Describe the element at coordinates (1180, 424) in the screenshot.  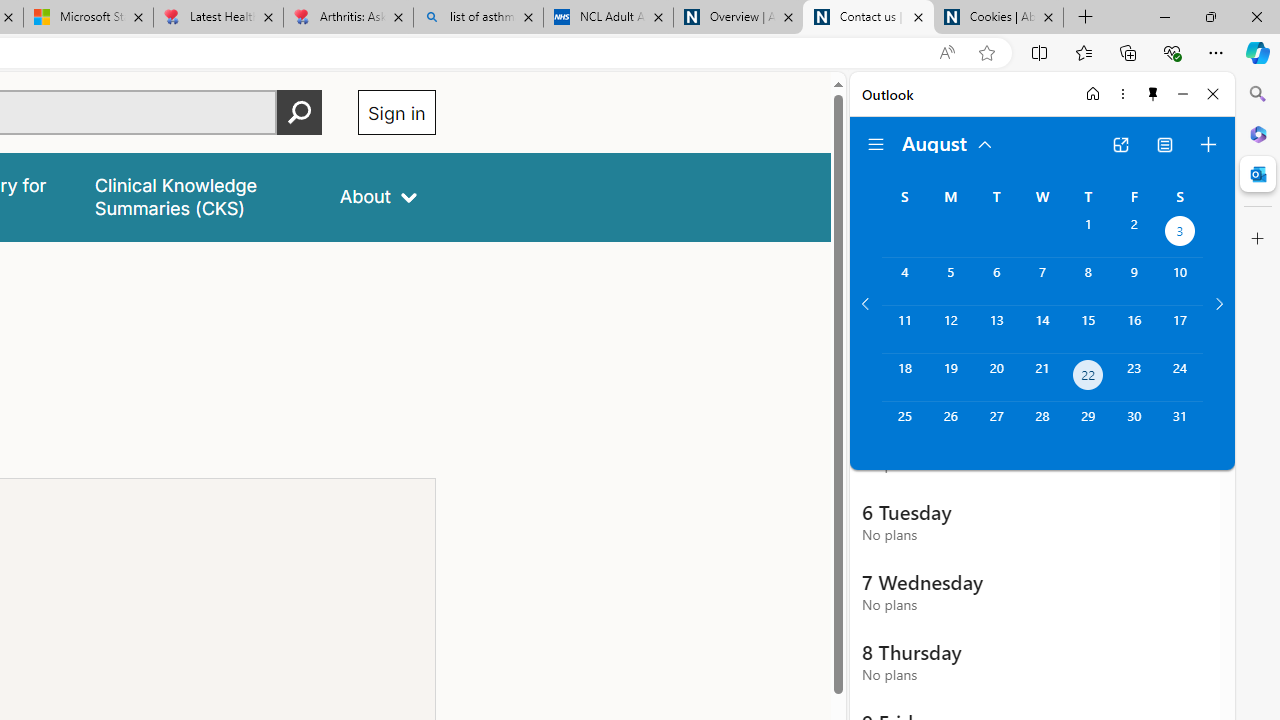
I see `'Saturday, August 31, 2024. '` at that location.